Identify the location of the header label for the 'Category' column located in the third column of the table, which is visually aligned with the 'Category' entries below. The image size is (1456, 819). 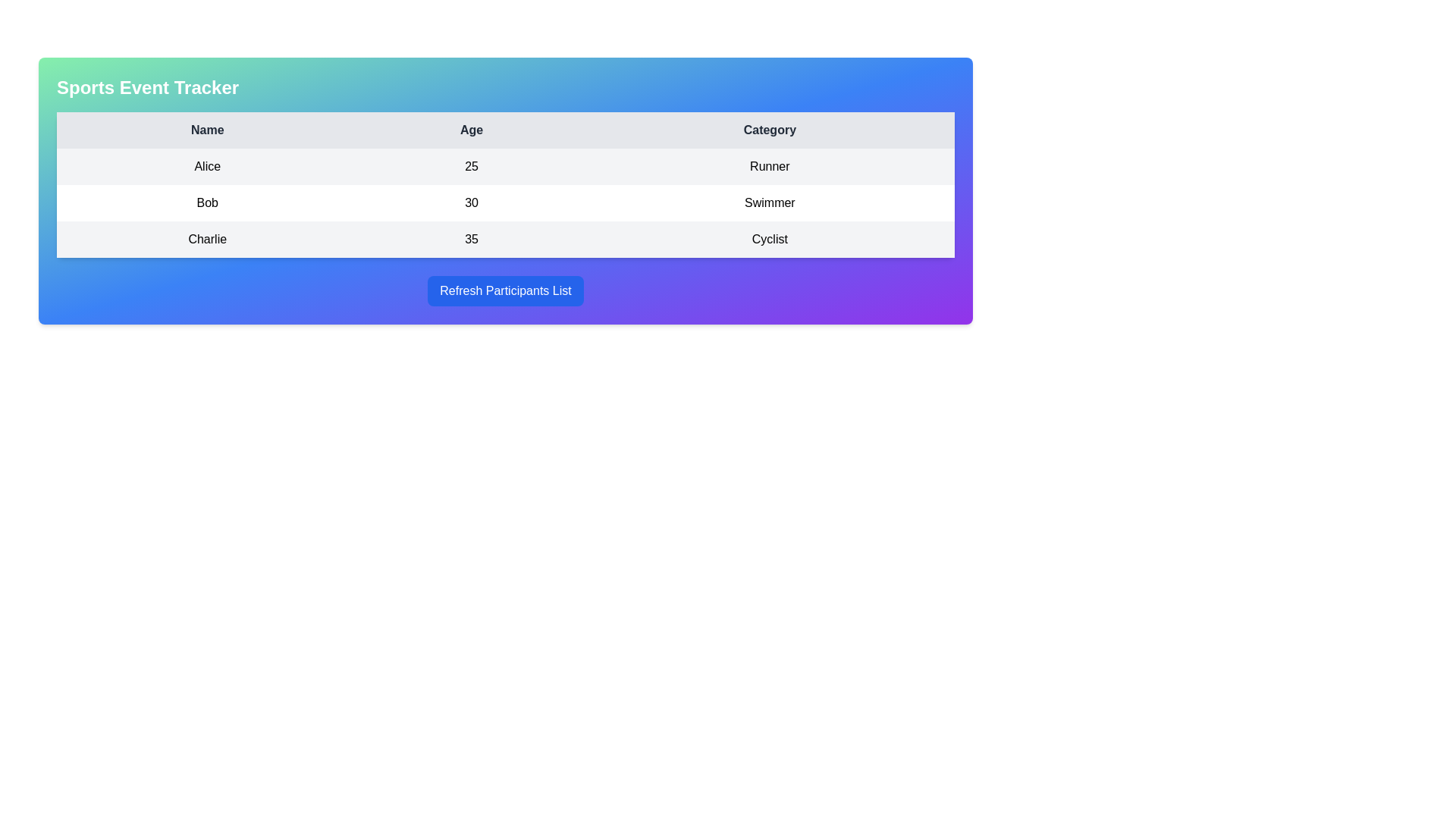
(770, 130).